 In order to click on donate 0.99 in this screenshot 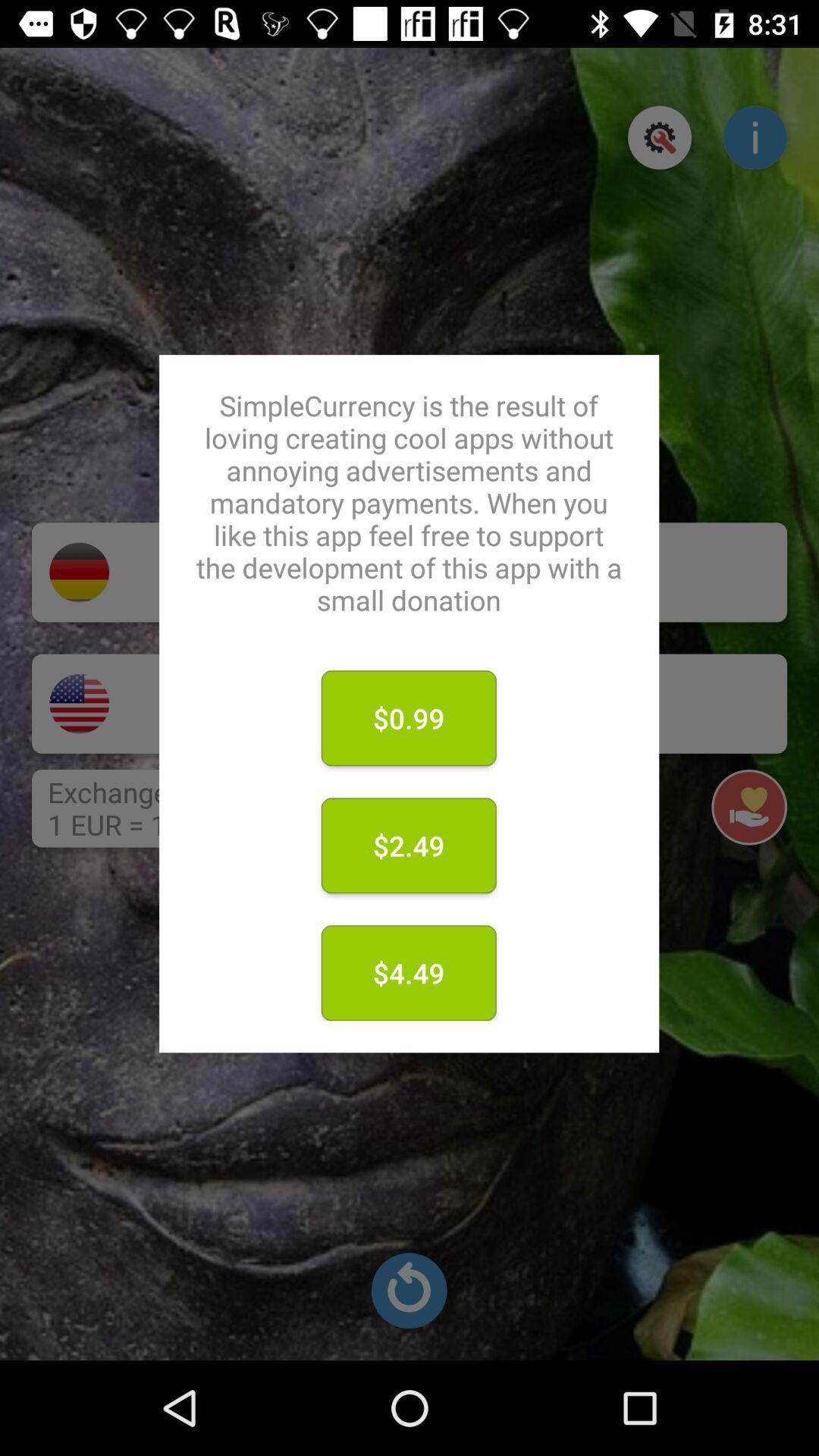, I will do `click(443, 702)`.